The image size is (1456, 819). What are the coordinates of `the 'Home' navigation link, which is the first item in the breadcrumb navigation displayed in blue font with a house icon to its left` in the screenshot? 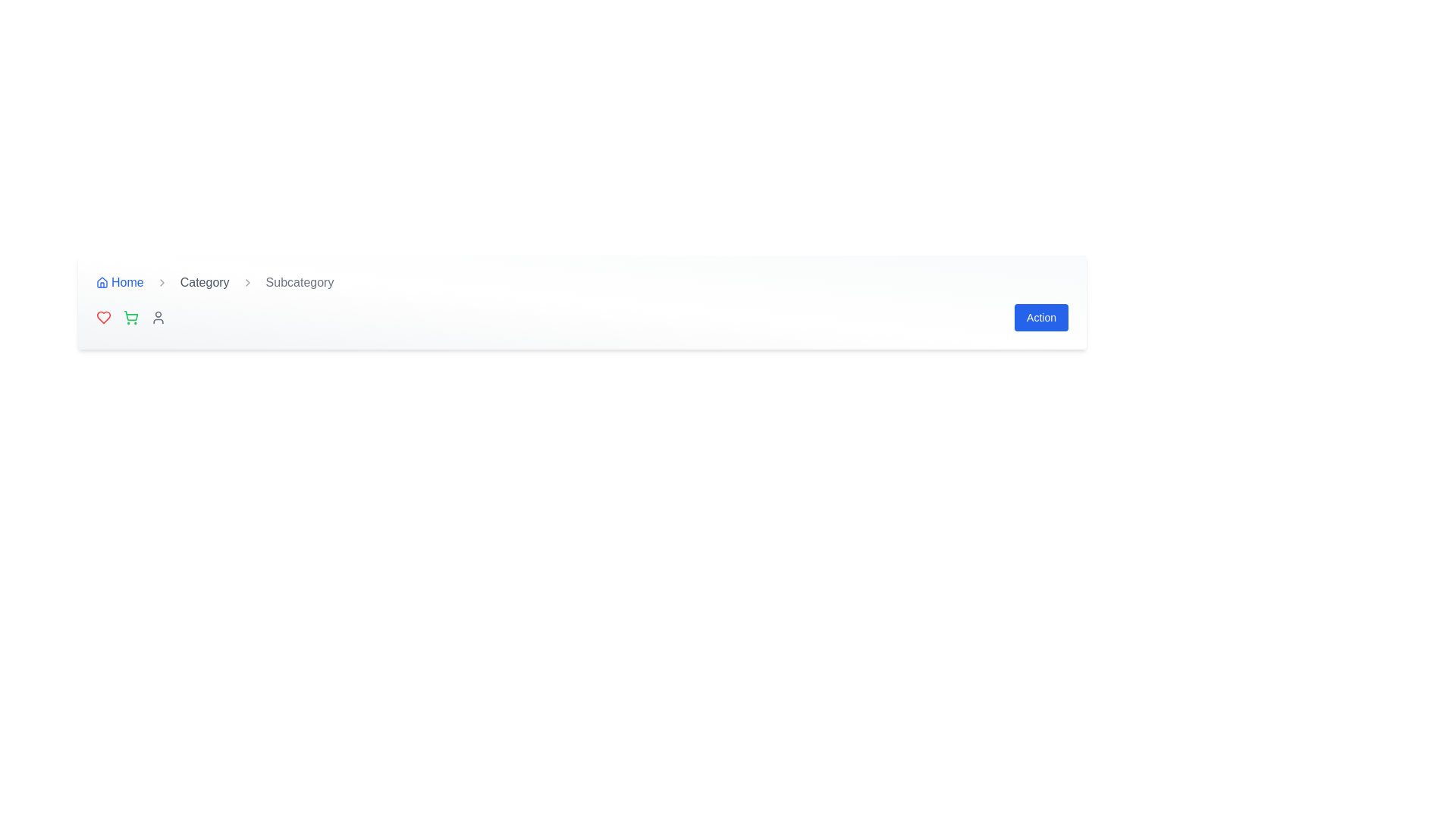 It's located at (119, 283).